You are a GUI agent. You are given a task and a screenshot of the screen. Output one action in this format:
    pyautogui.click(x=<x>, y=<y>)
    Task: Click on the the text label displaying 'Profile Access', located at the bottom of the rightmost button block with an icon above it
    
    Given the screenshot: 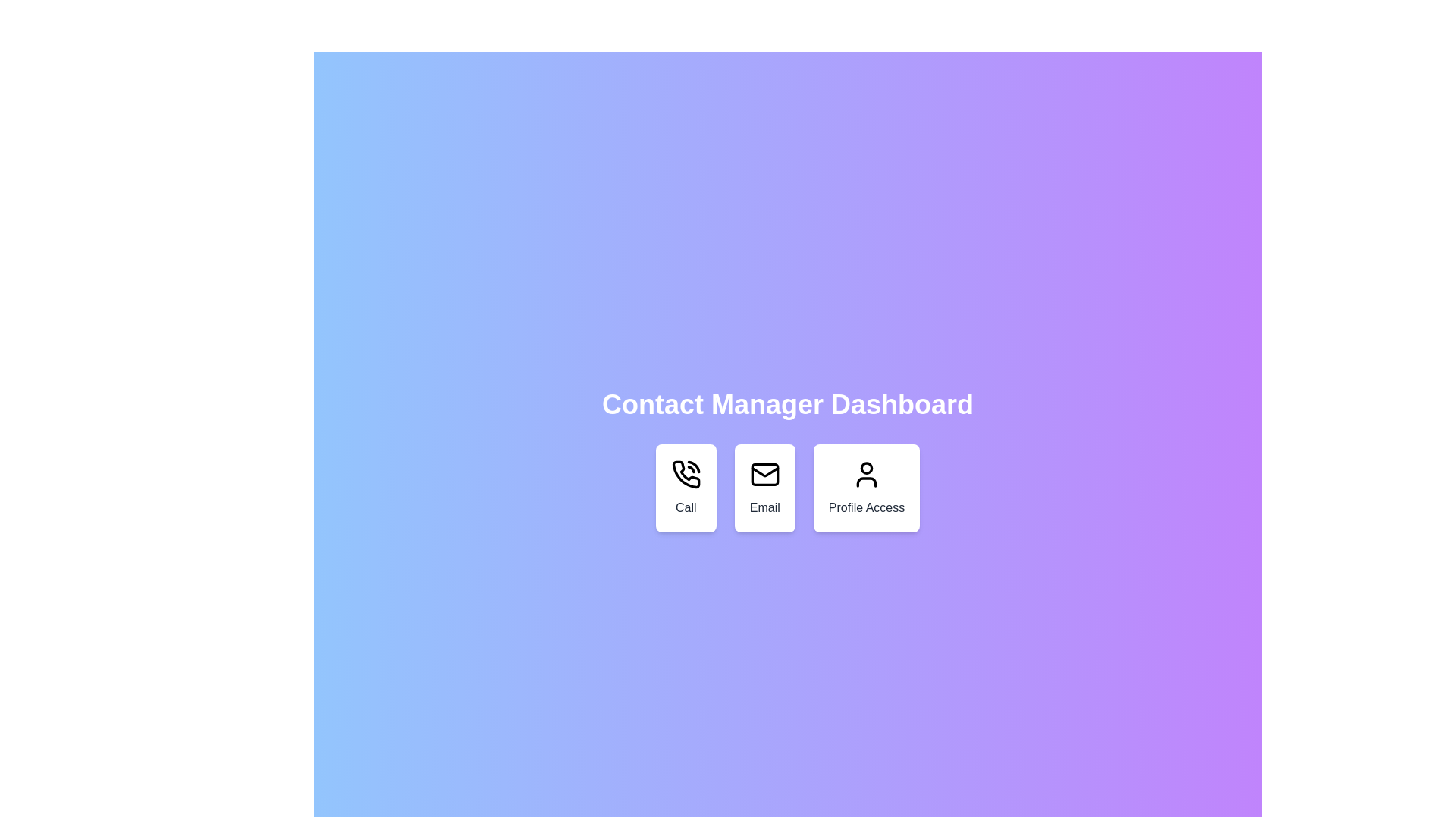 What is the action you would take?
    pyautogui.click(x=866, y=508)
    